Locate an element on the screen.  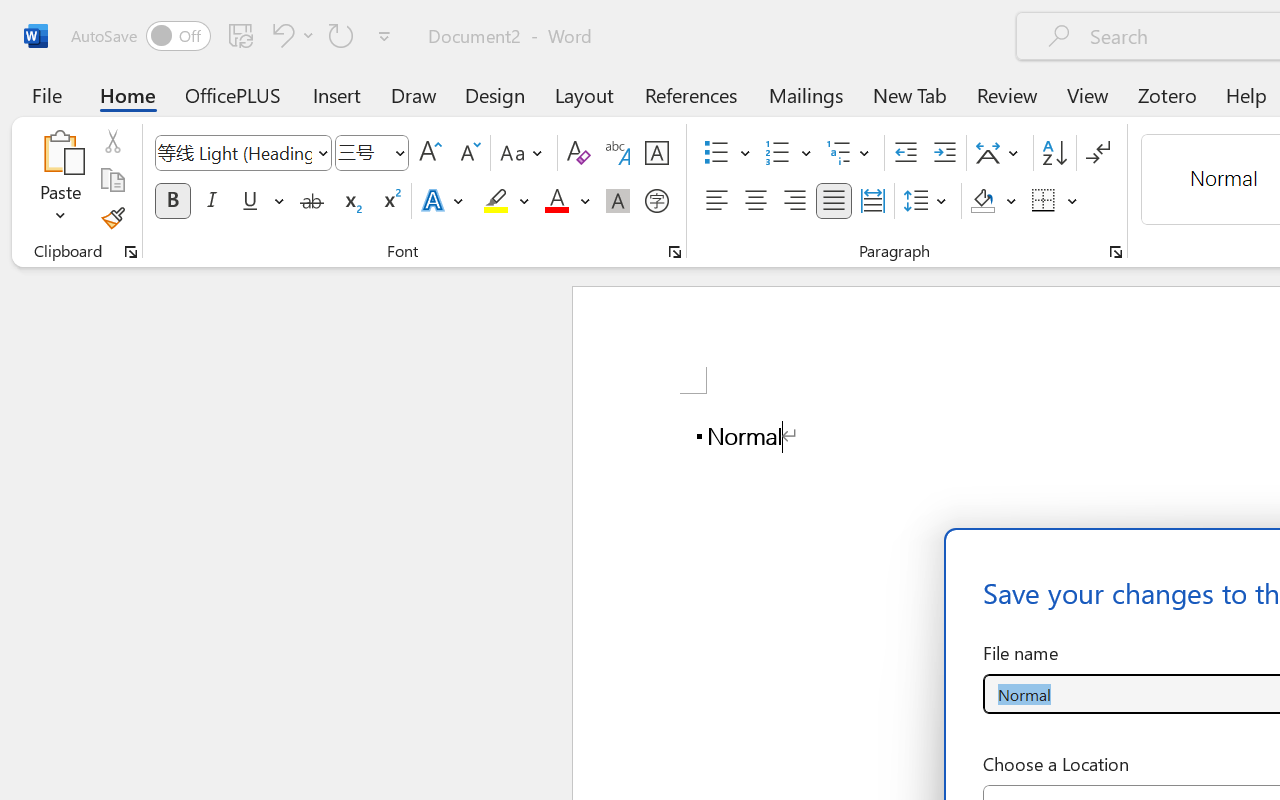
'Zotero' is located at coordinates (1167, 94).